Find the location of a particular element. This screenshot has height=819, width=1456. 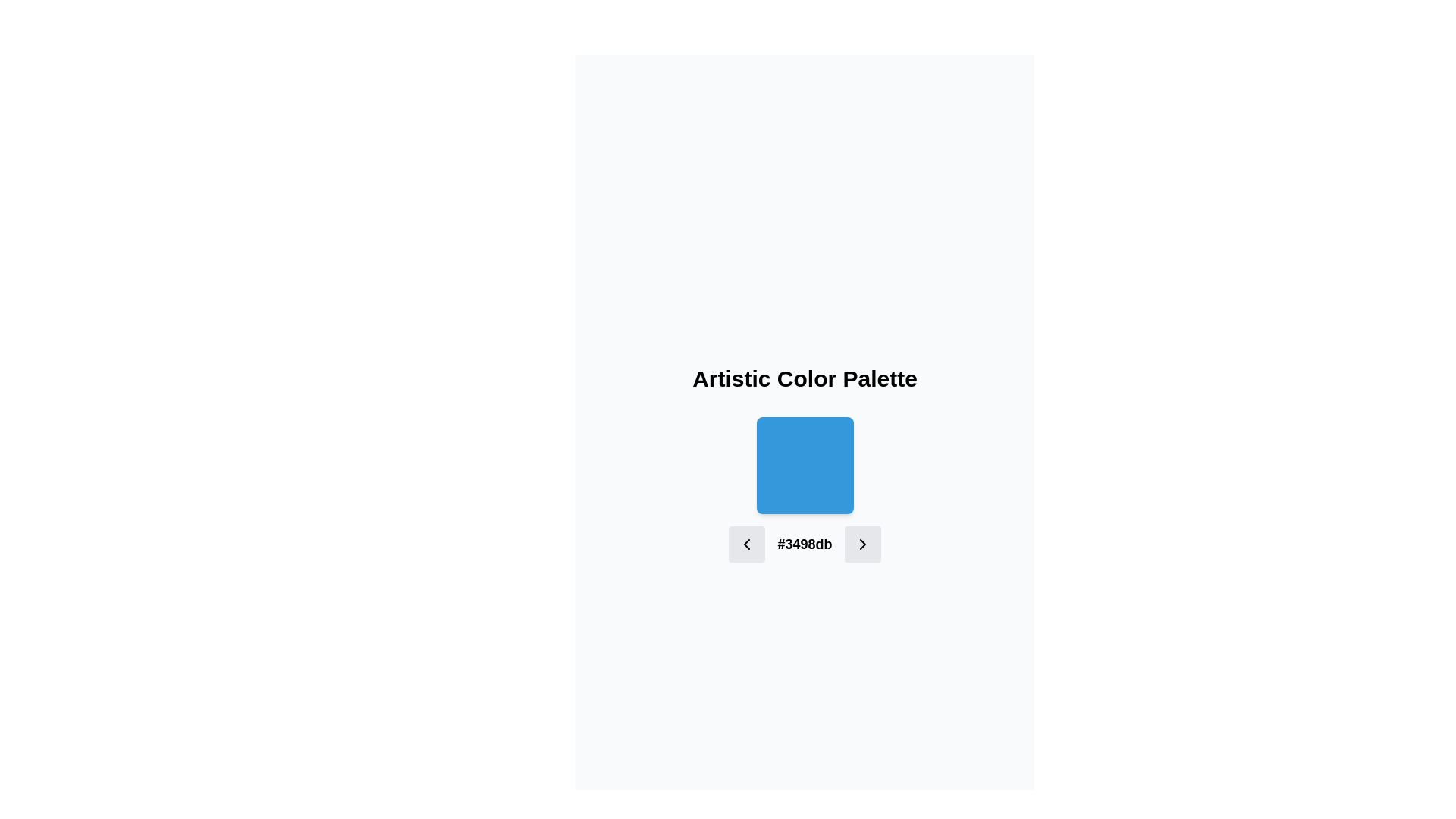

the first square button with a light gray background and a black left-facing chevron icon, located beneath the 'Artistic Color Palette' title text is located at coordinates (747, 543).